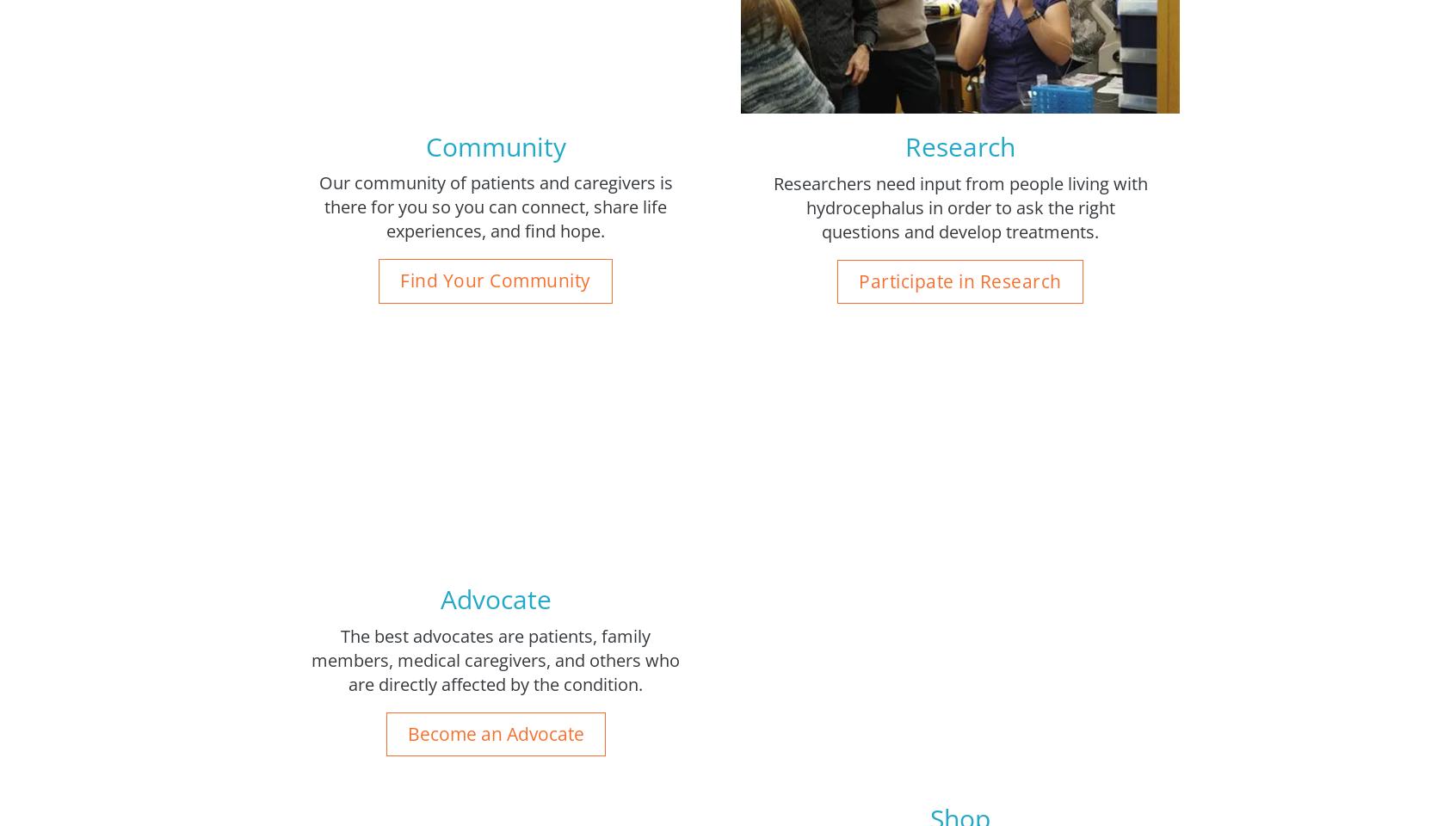  Describe the element at coordinates (959, 206) in the screenshot. I see `'Researchers need input from people living with hydrocephalus in order to ask the right questions and develop treatments.'` at that location.